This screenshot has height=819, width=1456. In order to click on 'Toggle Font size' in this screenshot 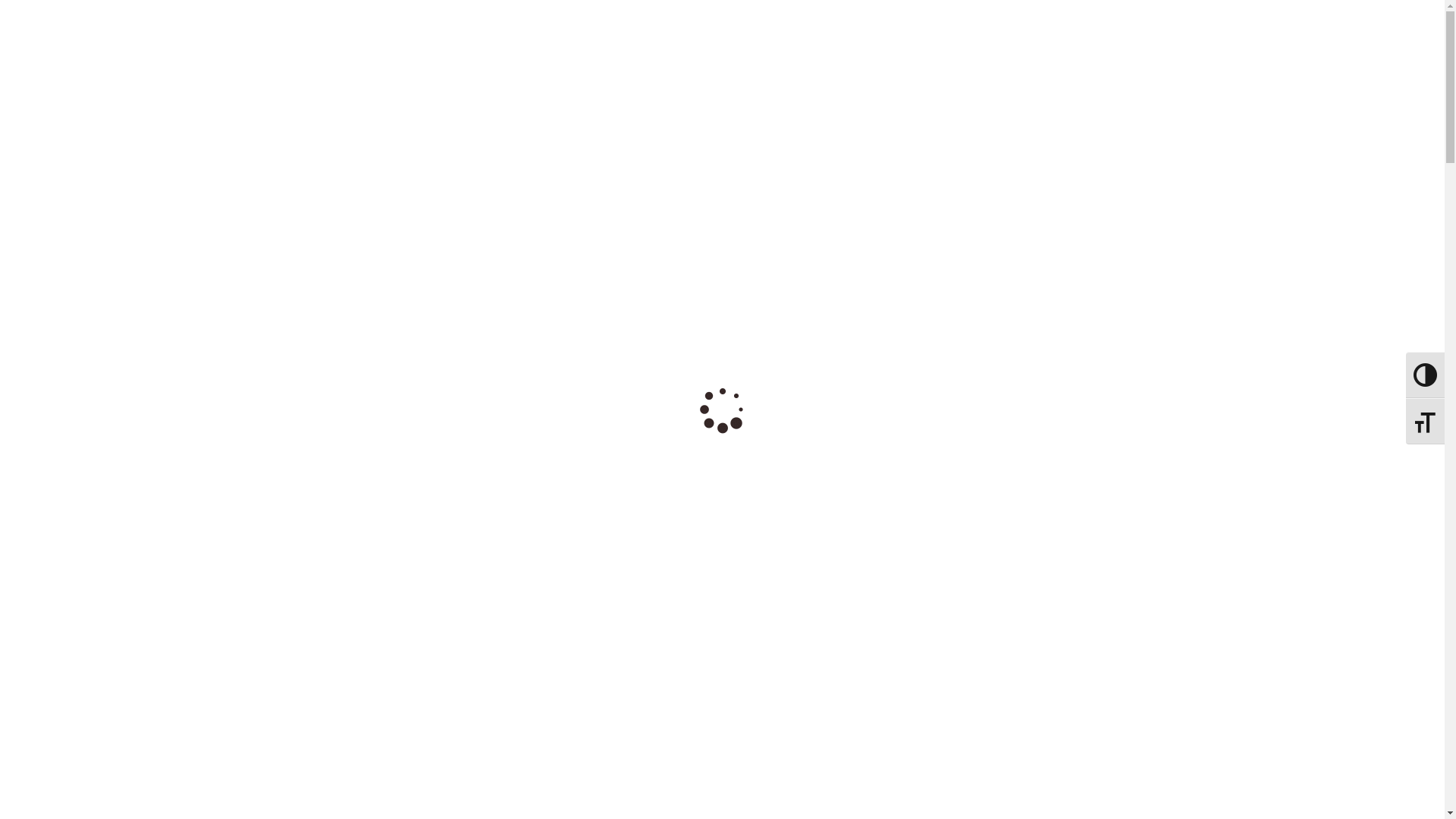, I will do `click(706, 21)`.